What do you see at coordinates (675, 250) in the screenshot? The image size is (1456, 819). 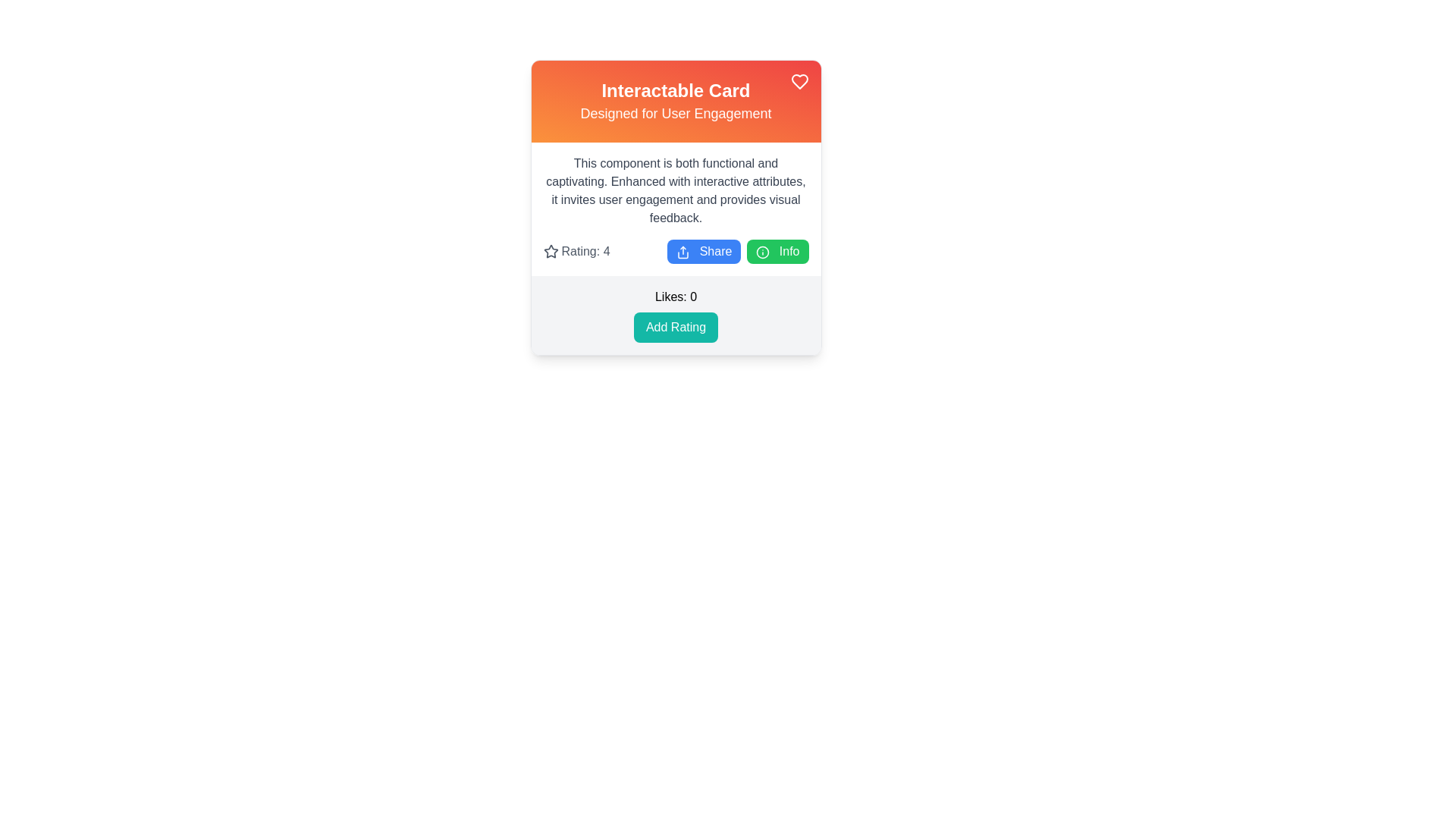 I see `the Interactive Rating Bar located at the bottom of the card, directly below the descriptive text` at bounding box center [675, 250].